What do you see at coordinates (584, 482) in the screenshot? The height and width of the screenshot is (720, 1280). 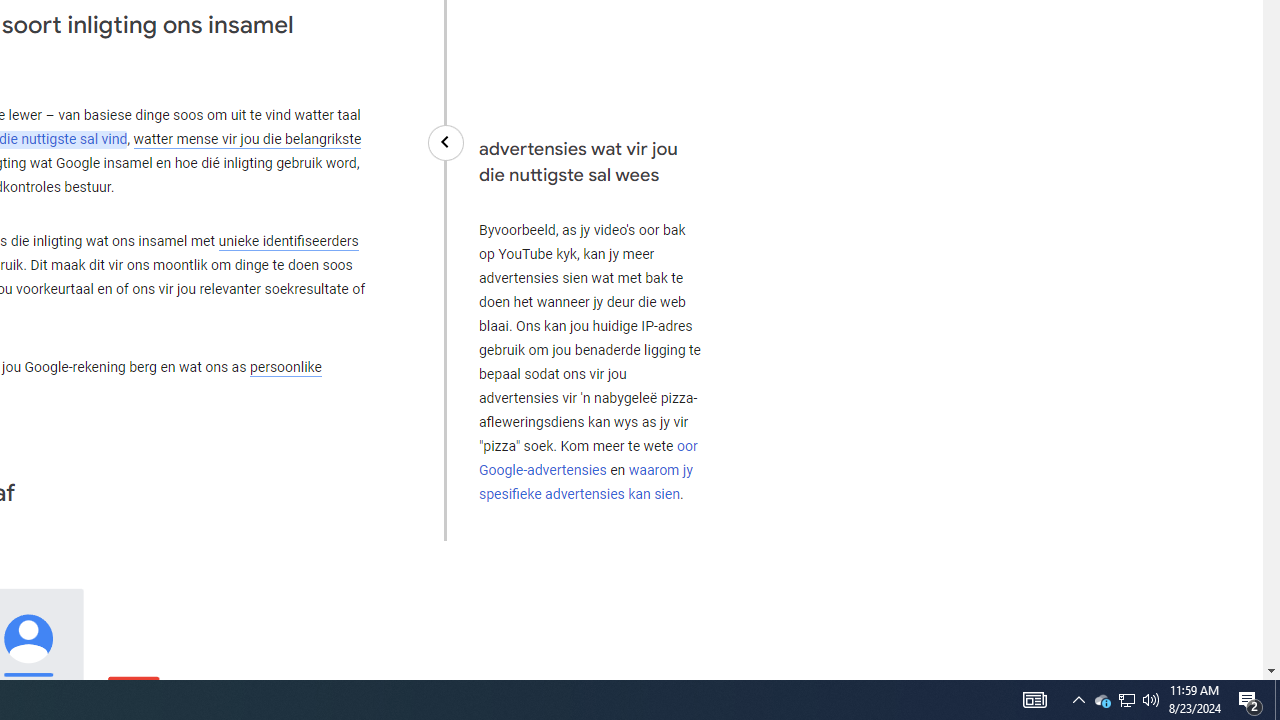 I see `'waarom jy spesifieke advertensies kan sien'` at bounding box center [584, 482].